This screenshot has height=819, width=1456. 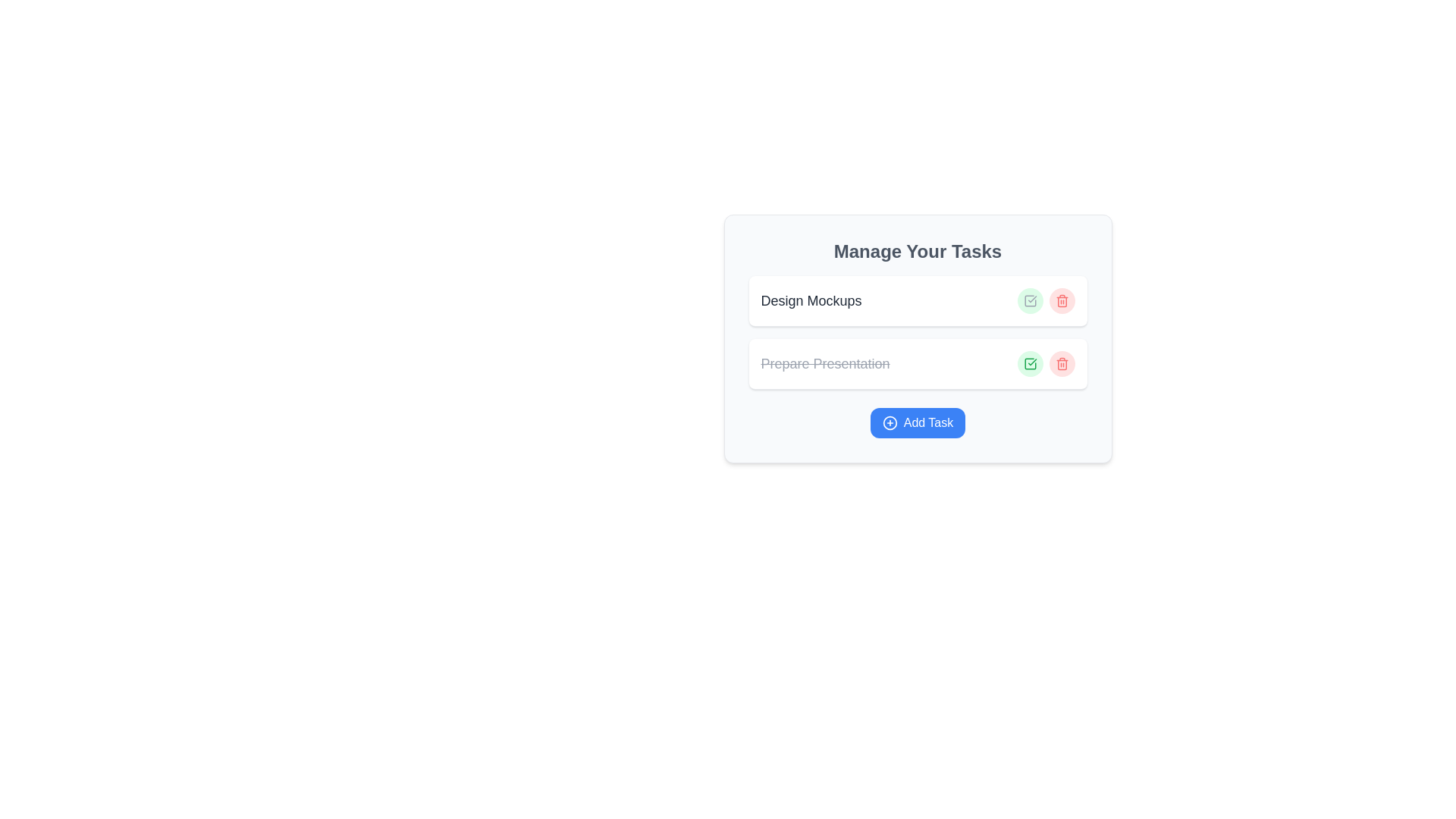 I want to click on the Text Label styled with a strikethrough line across the text 'Prepare Presentation', indicating a completed task in the task management interface, so click(x=824, y=363).